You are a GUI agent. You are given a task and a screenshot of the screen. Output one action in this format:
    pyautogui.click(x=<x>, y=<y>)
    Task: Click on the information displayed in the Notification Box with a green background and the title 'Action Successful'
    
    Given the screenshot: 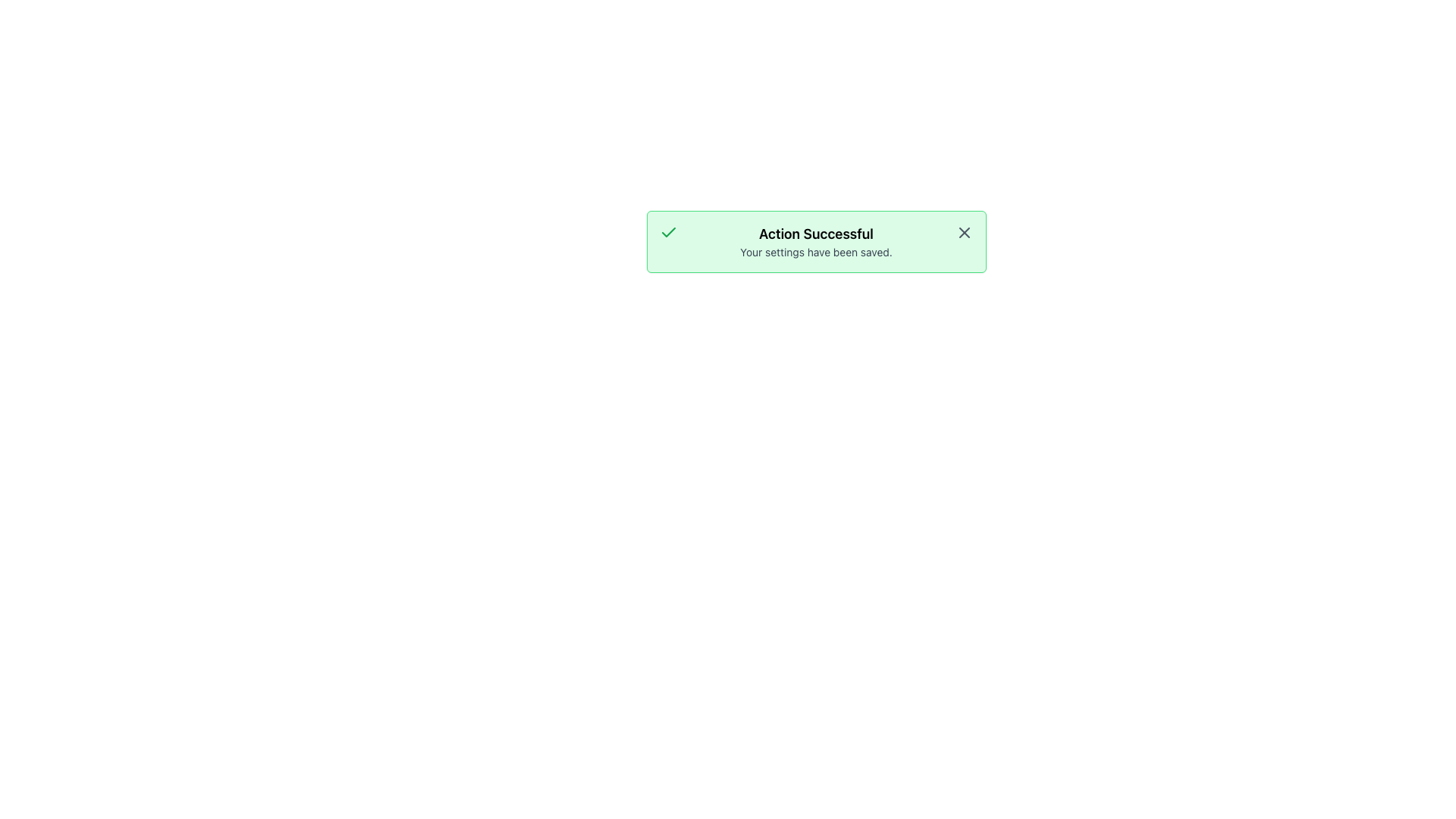 What is the action you would take?
    pyautogui.click(x=815, y=241)
    